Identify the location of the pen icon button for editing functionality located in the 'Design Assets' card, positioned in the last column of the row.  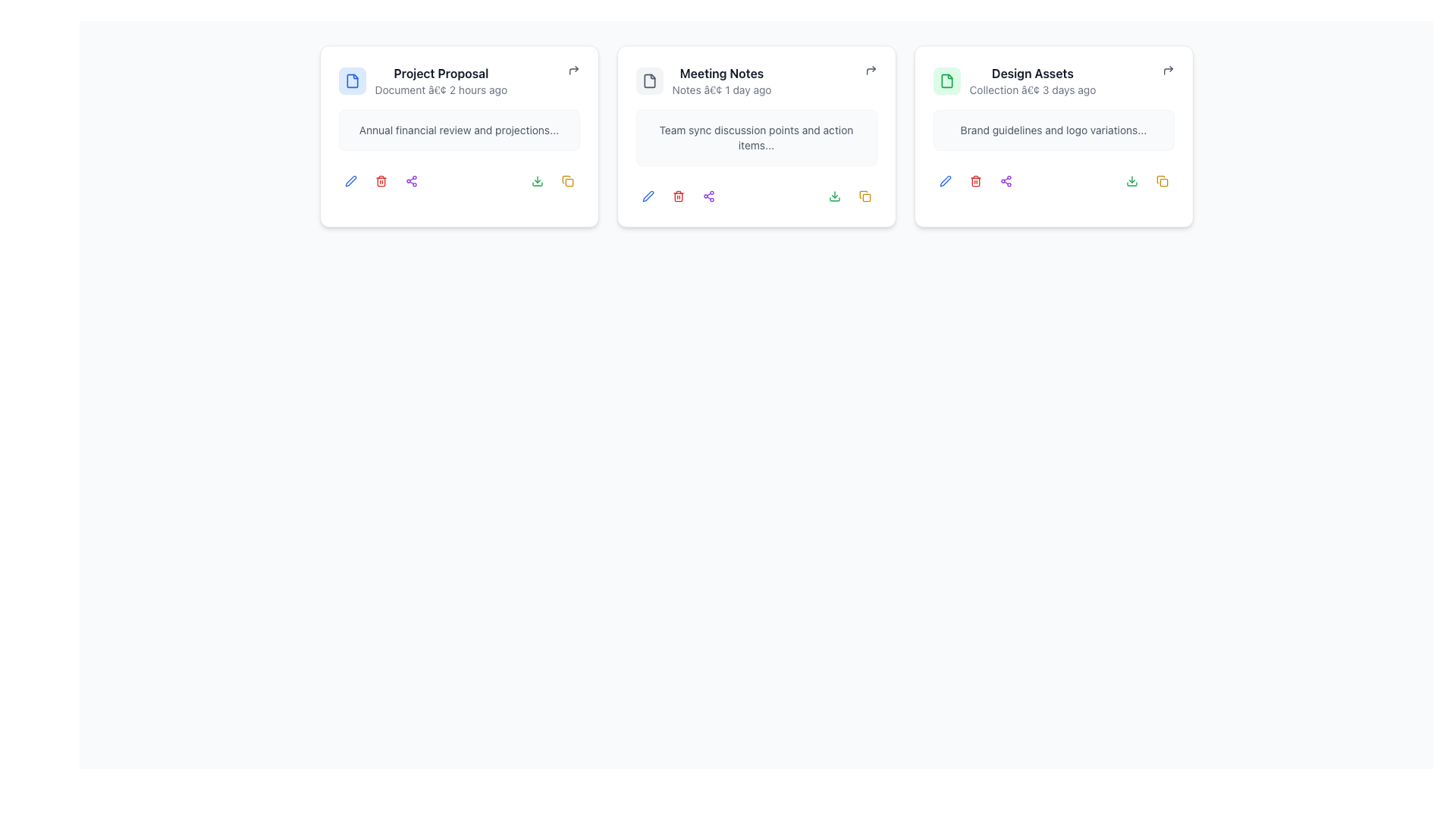
(944, 180).